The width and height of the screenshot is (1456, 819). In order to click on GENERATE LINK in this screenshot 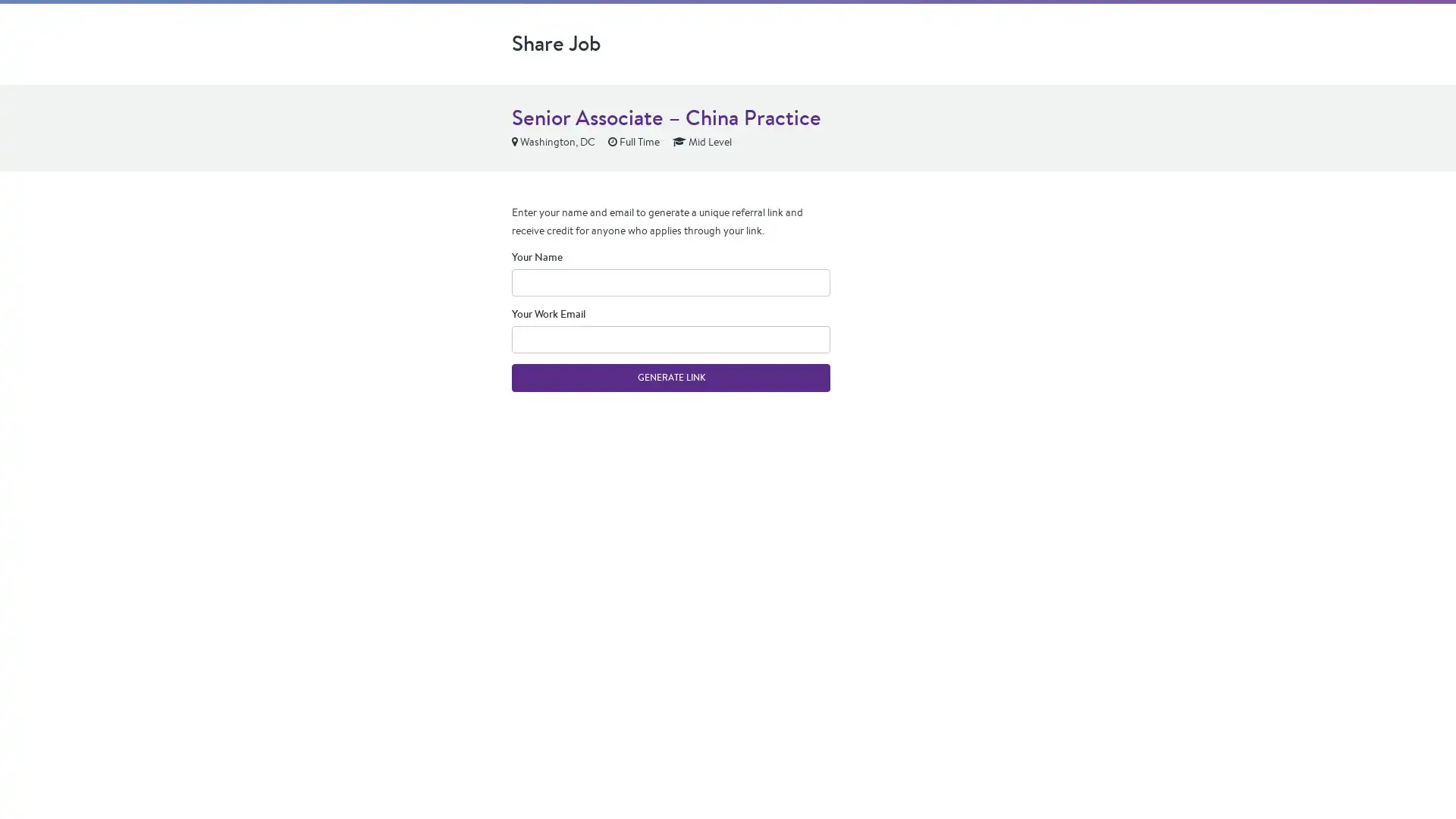, I will do `click(670, 376)`.